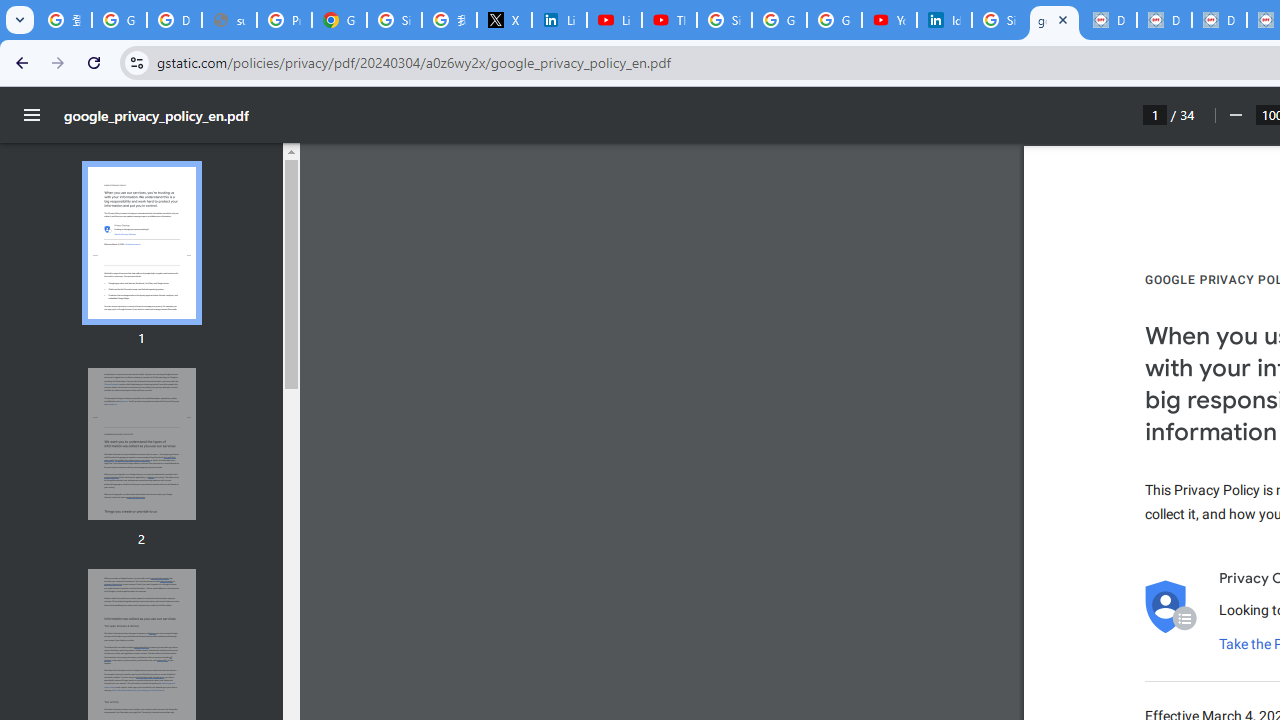  Describe the element at coordinates (1155, 114) in the screenshot. I see `'Page number'` at that location.